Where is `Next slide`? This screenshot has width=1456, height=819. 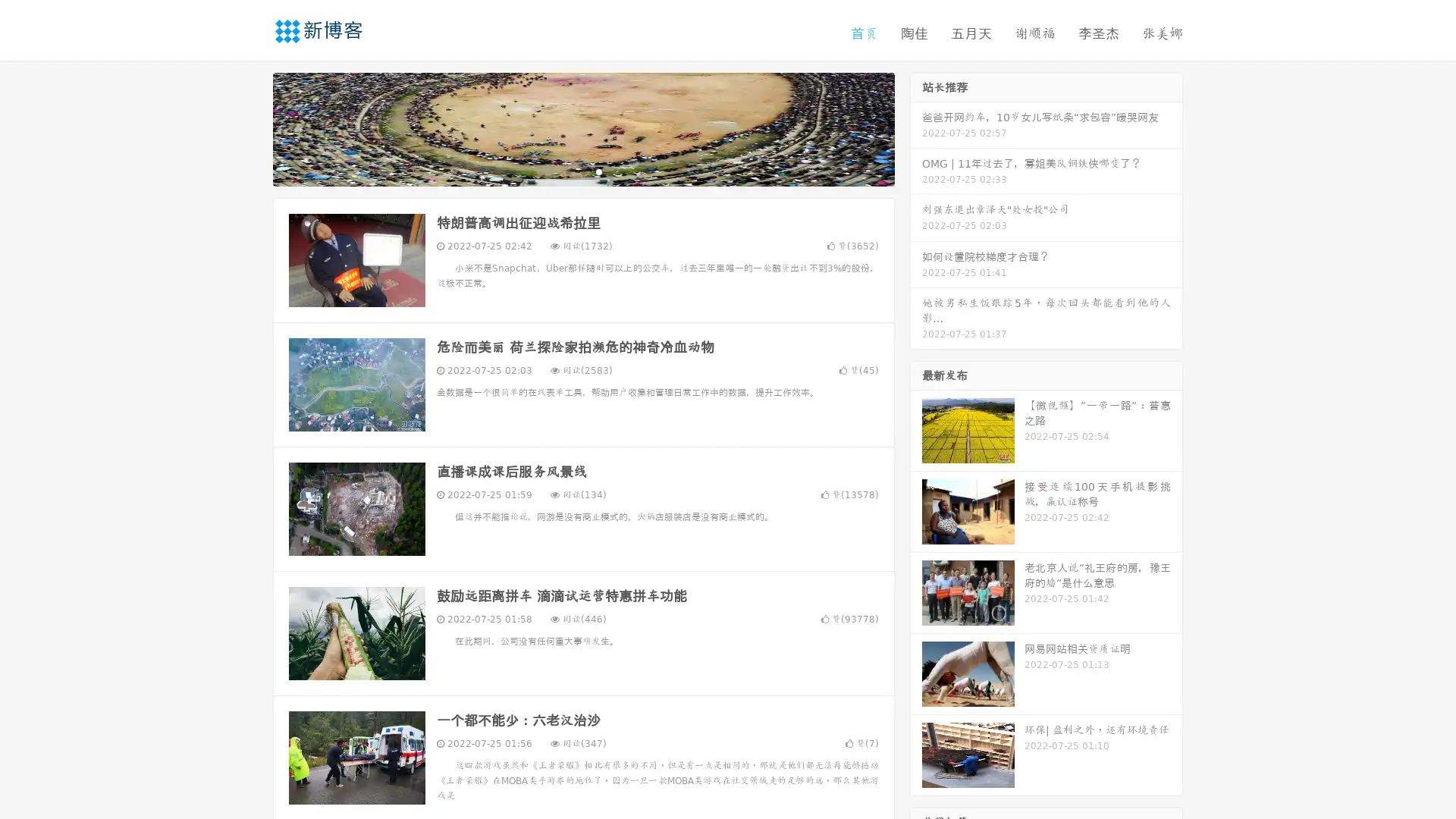 Next slide is located at coordinates (916, 127).